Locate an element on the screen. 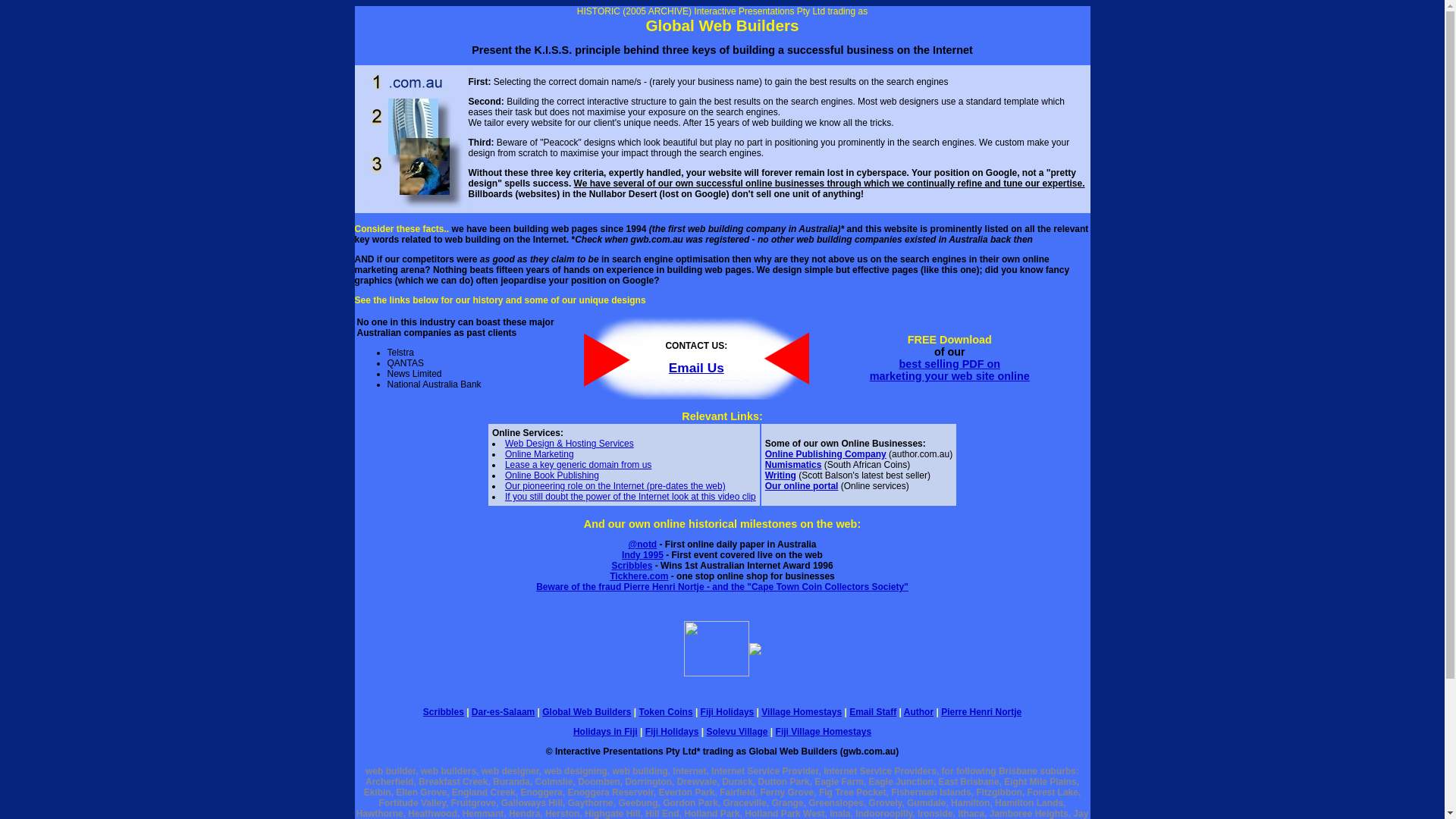 The image size is (1456, 819). '@notd' is located at coordinates (629, 543).